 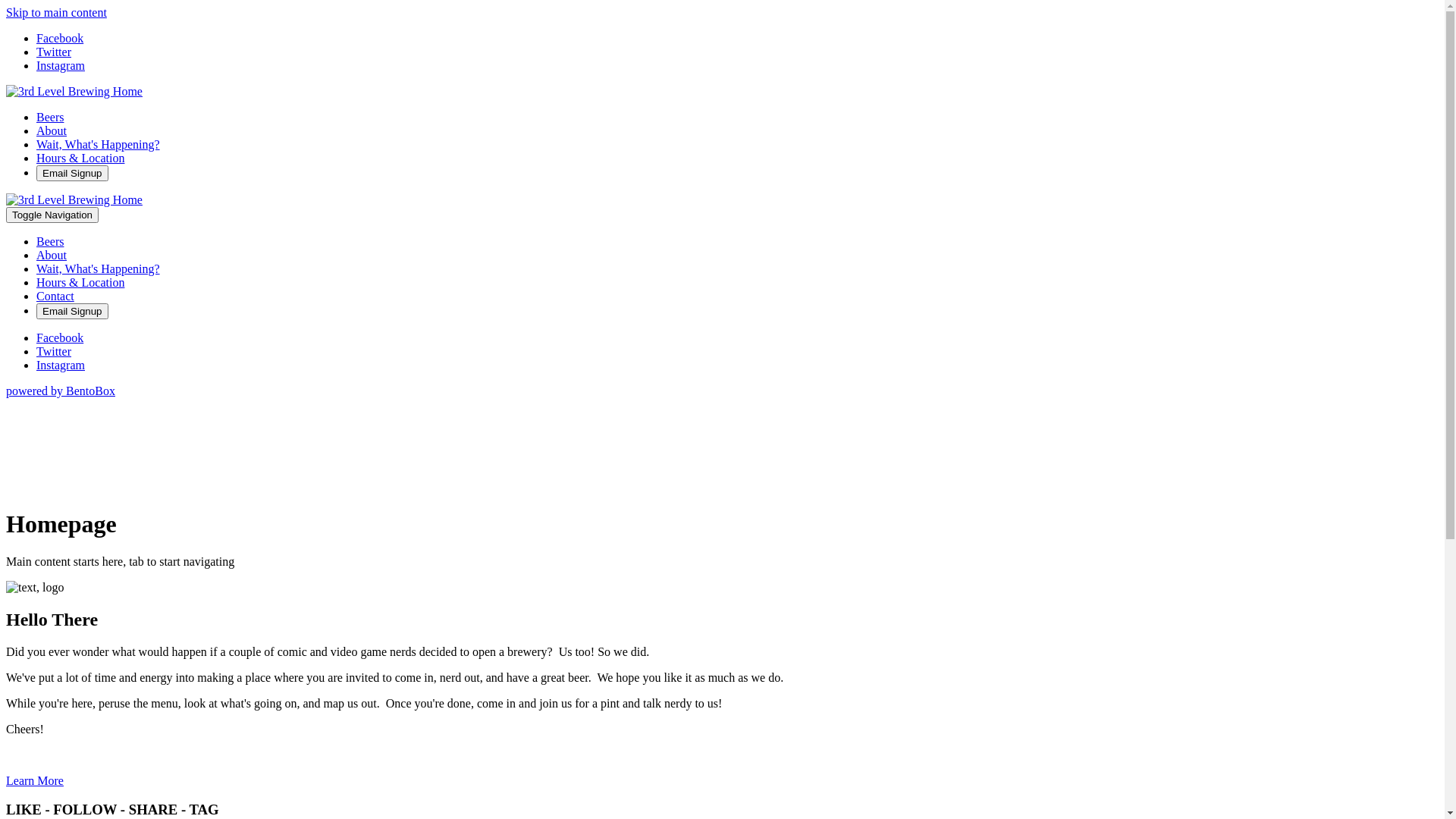 I want to click on 'Instagram', so click(x=61, y=64).